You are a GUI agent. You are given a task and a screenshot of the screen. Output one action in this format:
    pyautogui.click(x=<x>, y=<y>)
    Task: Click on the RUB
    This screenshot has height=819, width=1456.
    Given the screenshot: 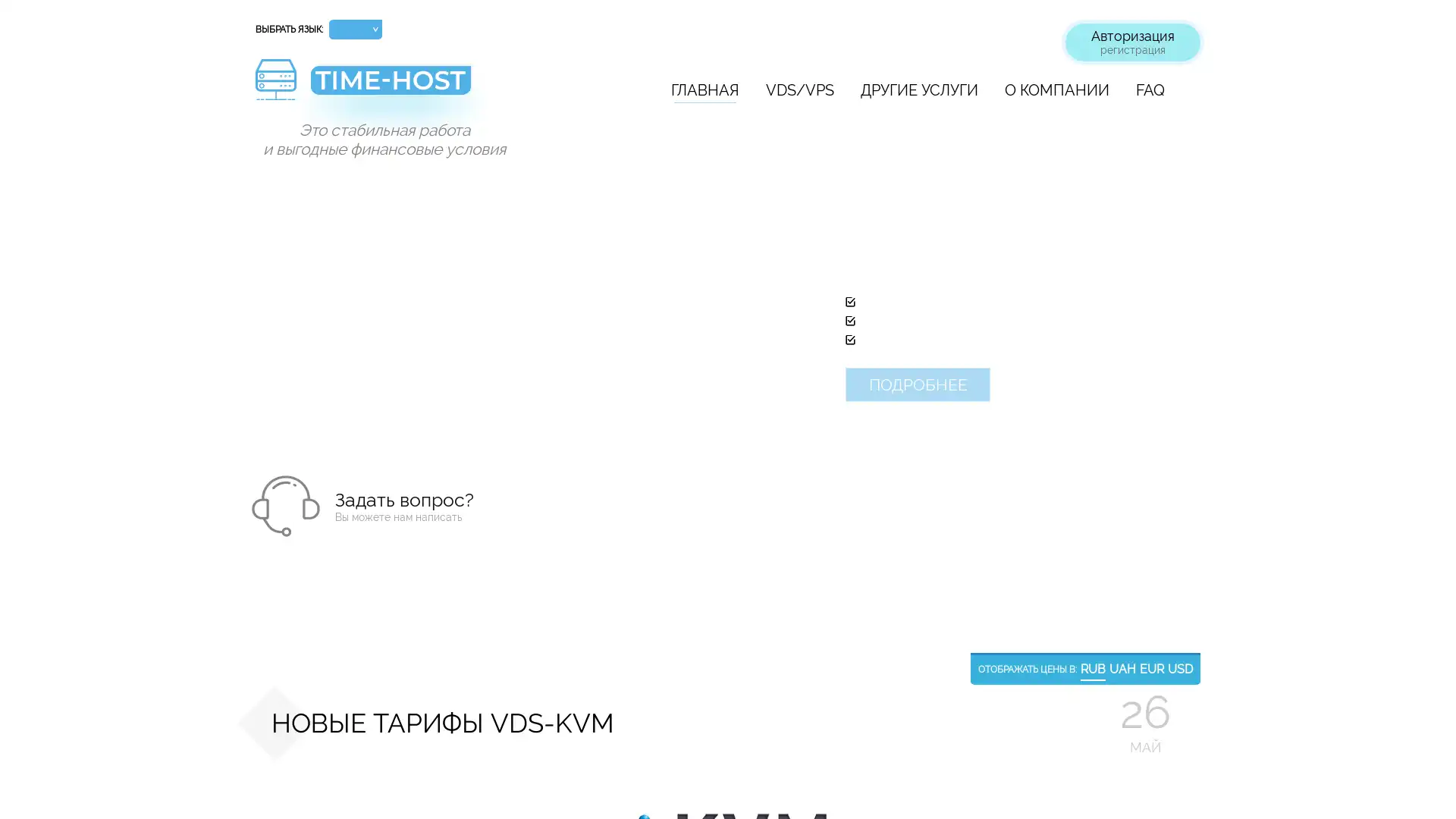 What is the action you would take?
    pyautogui.click(x=1093, y=669)
    